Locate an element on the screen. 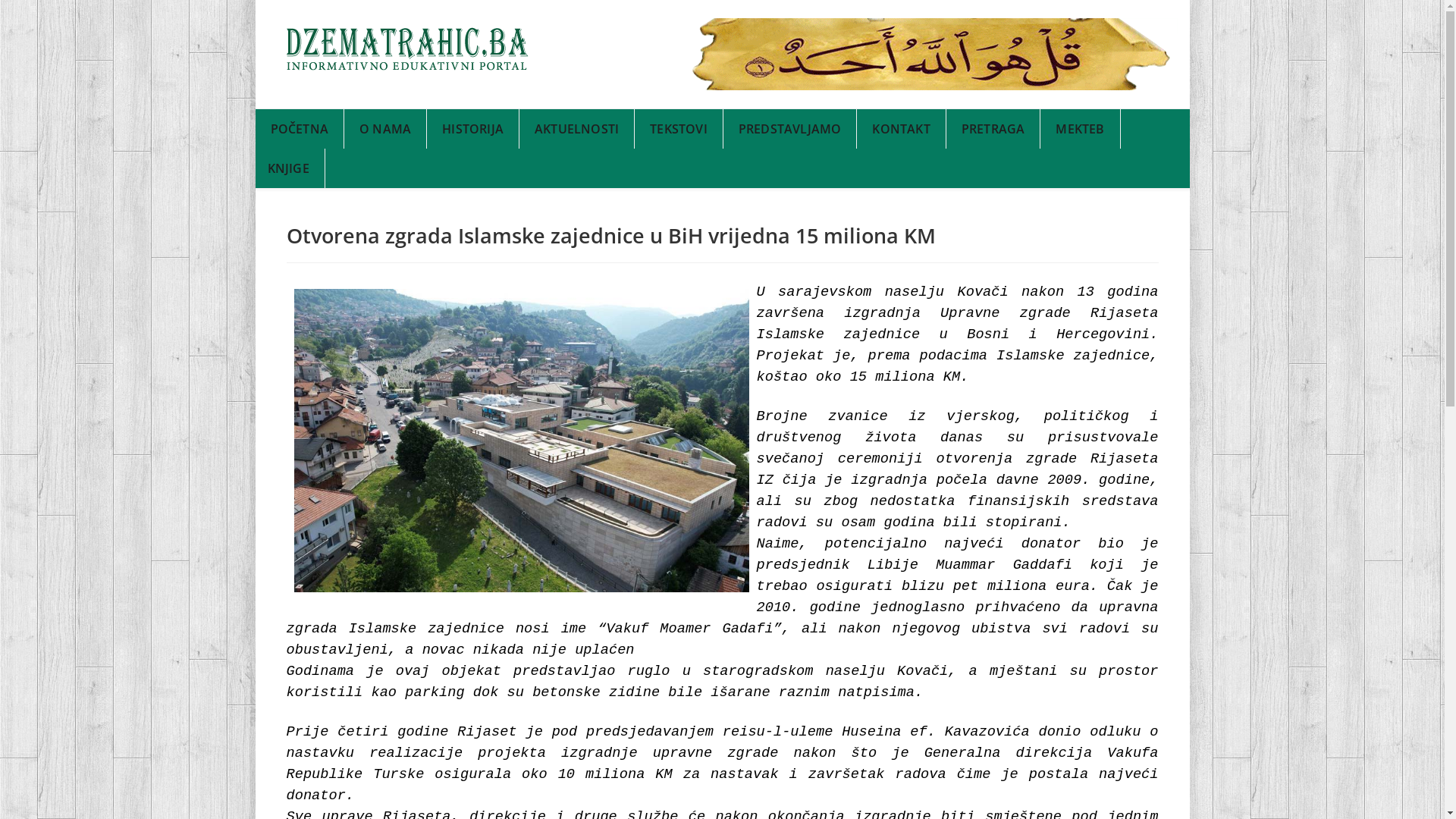 This screenshot has height=819, width=1456. 'HISTORIJA' is located at coordinates (472, 127).